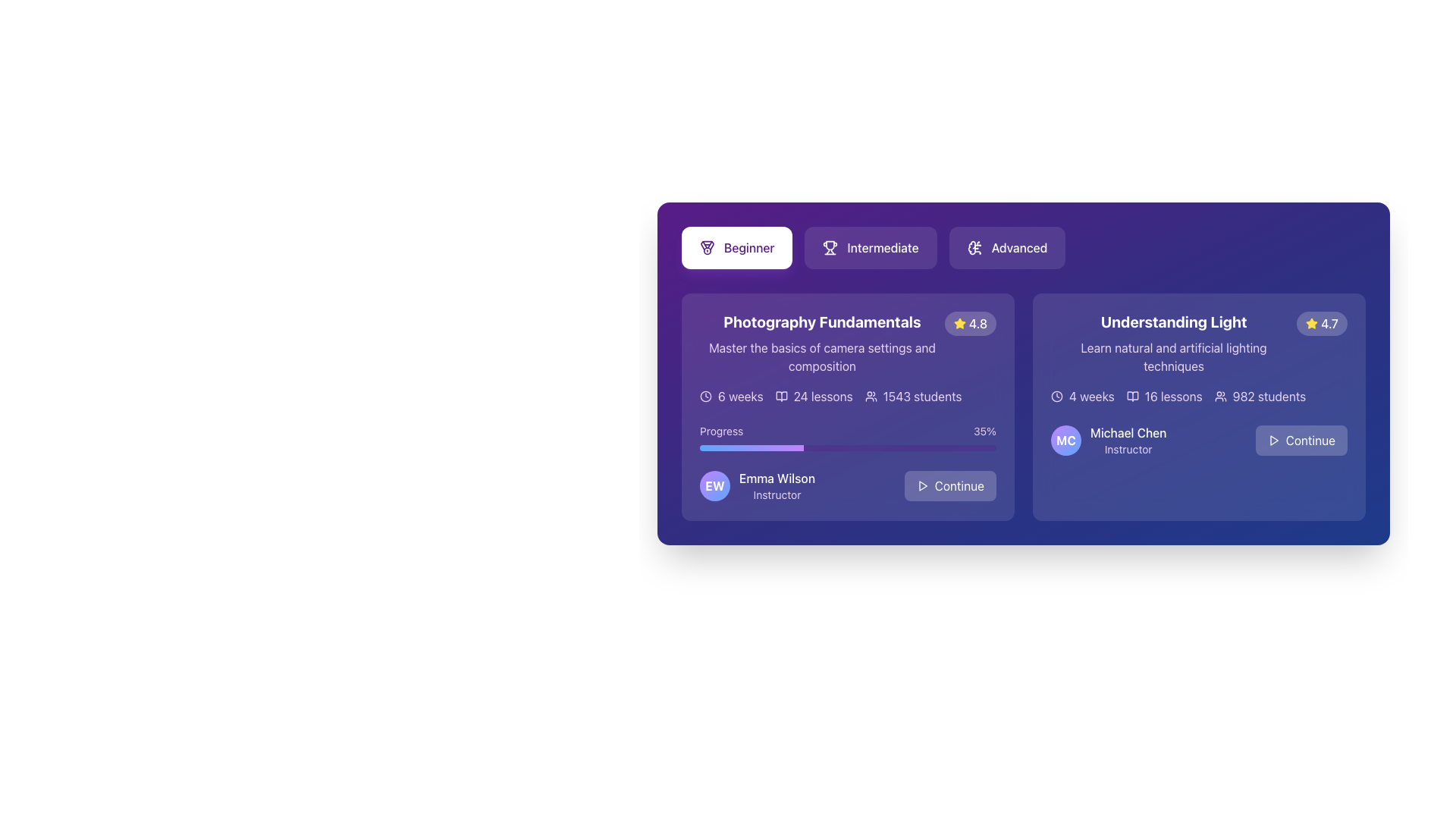 Image resolution: width=1456 pixels, height=819 pixels. Describe the element at coordinates (847, 438) in the screenshot. I see `the Progress bar labeled 'Progress' with a value of '35%' located in the 'Photography Fundamentals' card` at that location.